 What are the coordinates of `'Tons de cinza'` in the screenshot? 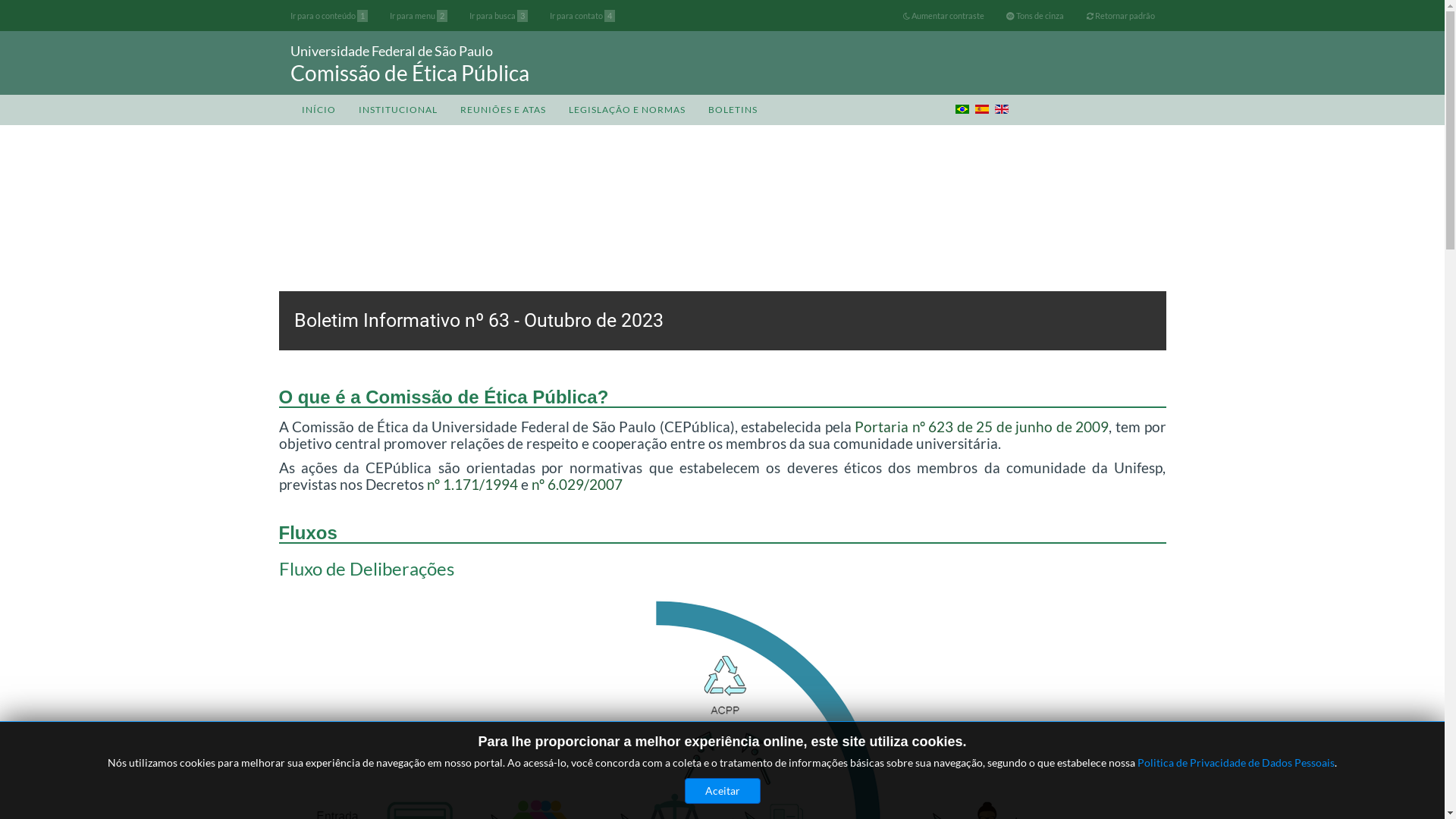 It's located at (1034, 15).